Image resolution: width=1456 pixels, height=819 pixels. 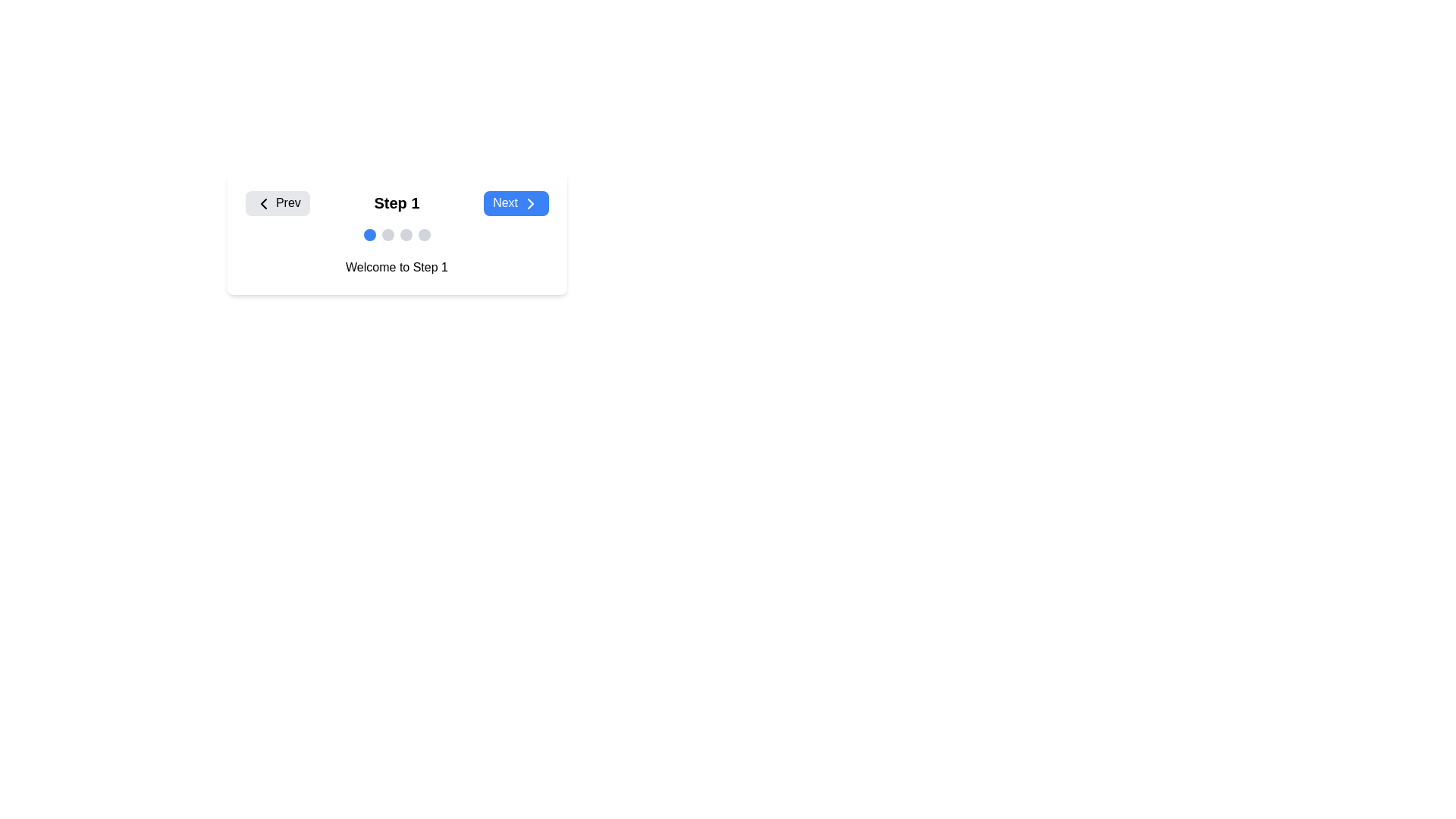 I want to click on the chevron icon inside the 'Prev' button, which represents navigation to the previous step or page, so click(x=263, y=202).